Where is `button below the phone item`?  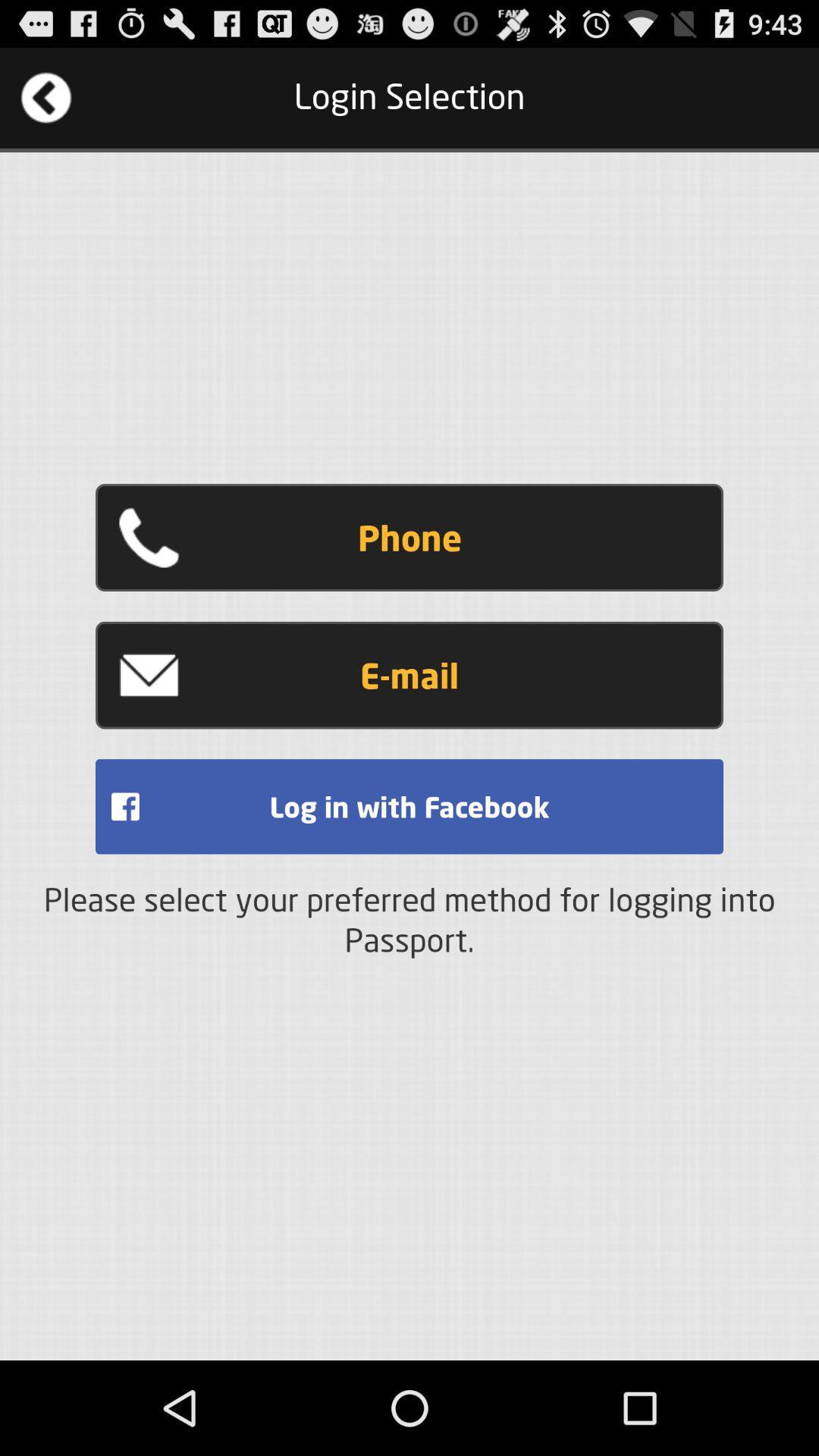
button below the phone item is located at coordinates (409, 674).